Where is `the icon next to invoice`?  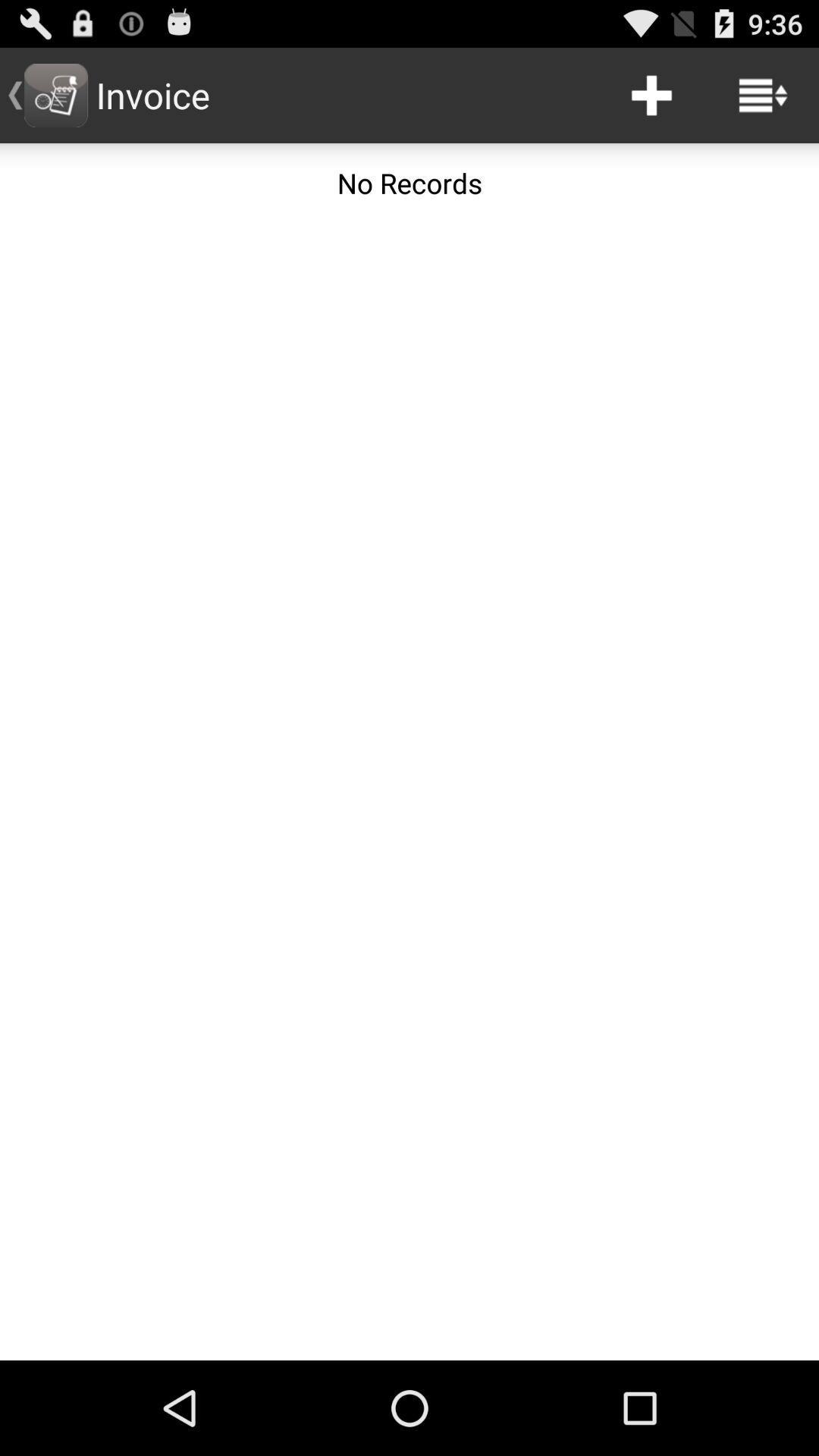 the icon next to invoice is located at coordinates (651, 94).